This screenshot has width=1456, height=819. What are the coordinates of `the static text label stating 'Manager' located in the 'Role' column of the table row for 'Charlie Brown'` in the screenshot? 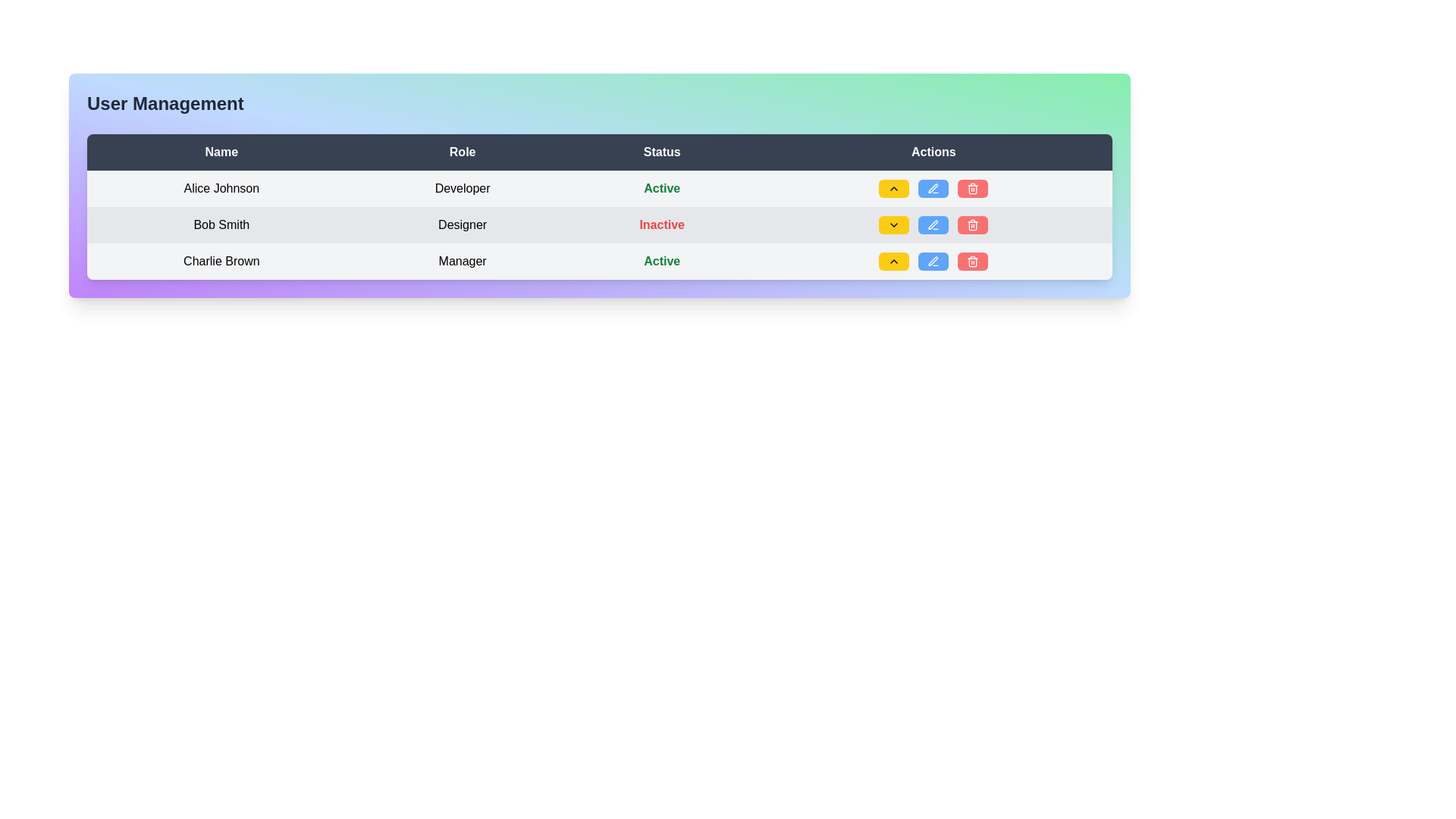 It's located at (462, 260).